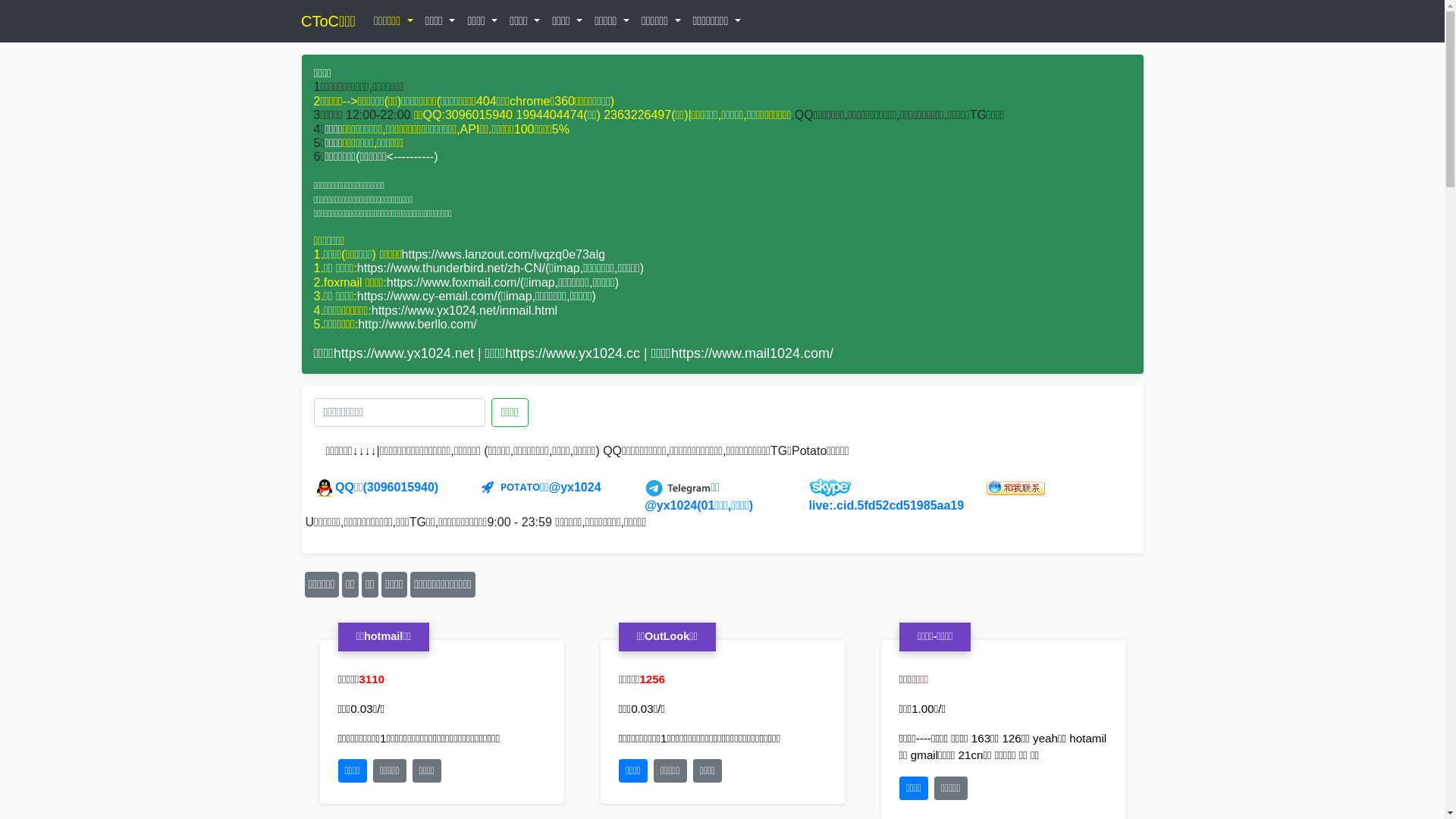 This screenshot has width=1456, height=819. What do you see at coordinates (651, 678) in the screenshot?
I see `'1258'` at bounding box center [651, 678].